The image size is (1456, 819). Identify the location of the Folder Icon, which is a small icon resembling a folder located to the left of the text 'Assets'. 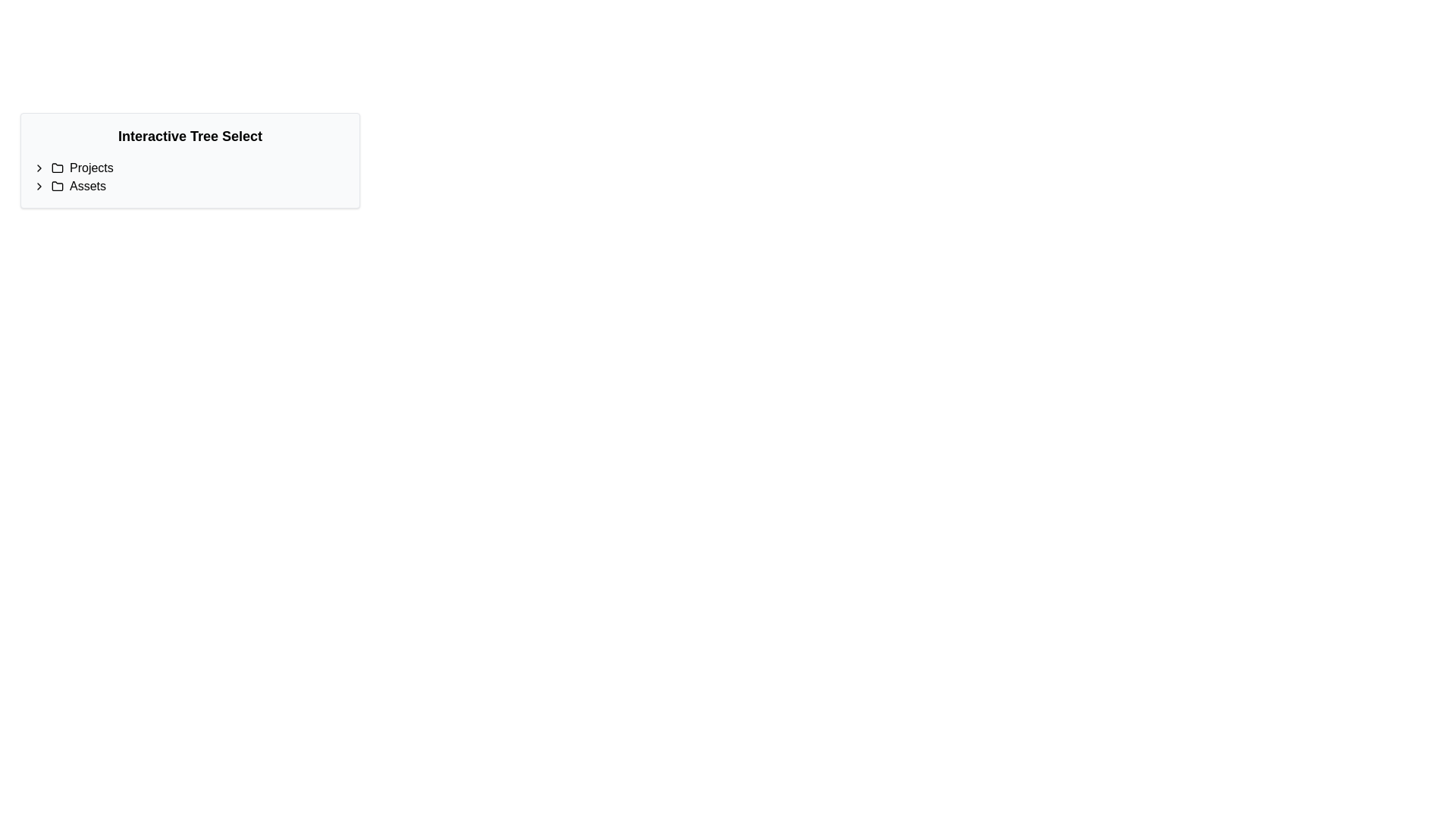
(58, 186).